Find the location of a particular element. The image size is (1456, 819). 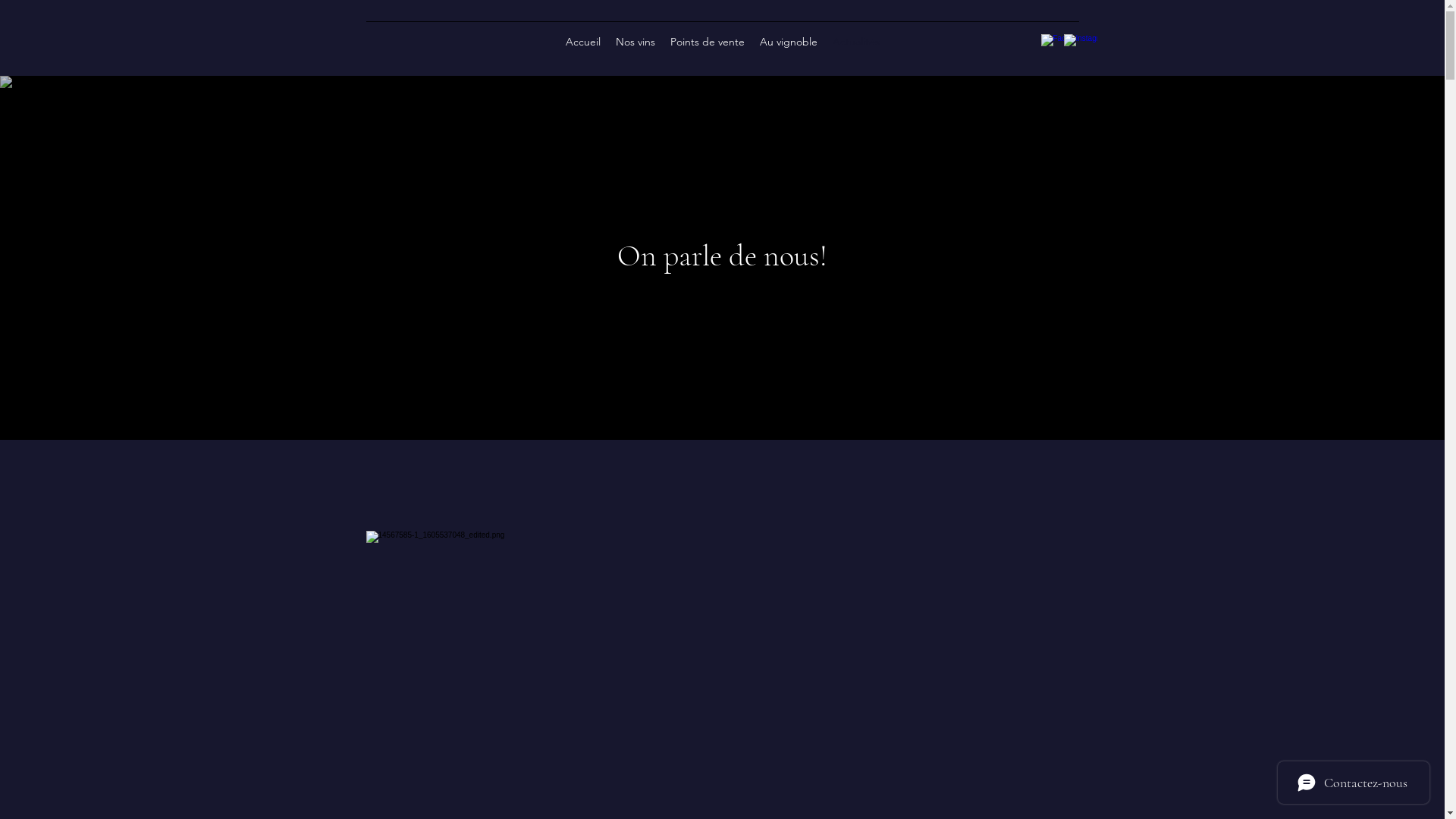

'Accueil' is located at coordinates (582, 40).